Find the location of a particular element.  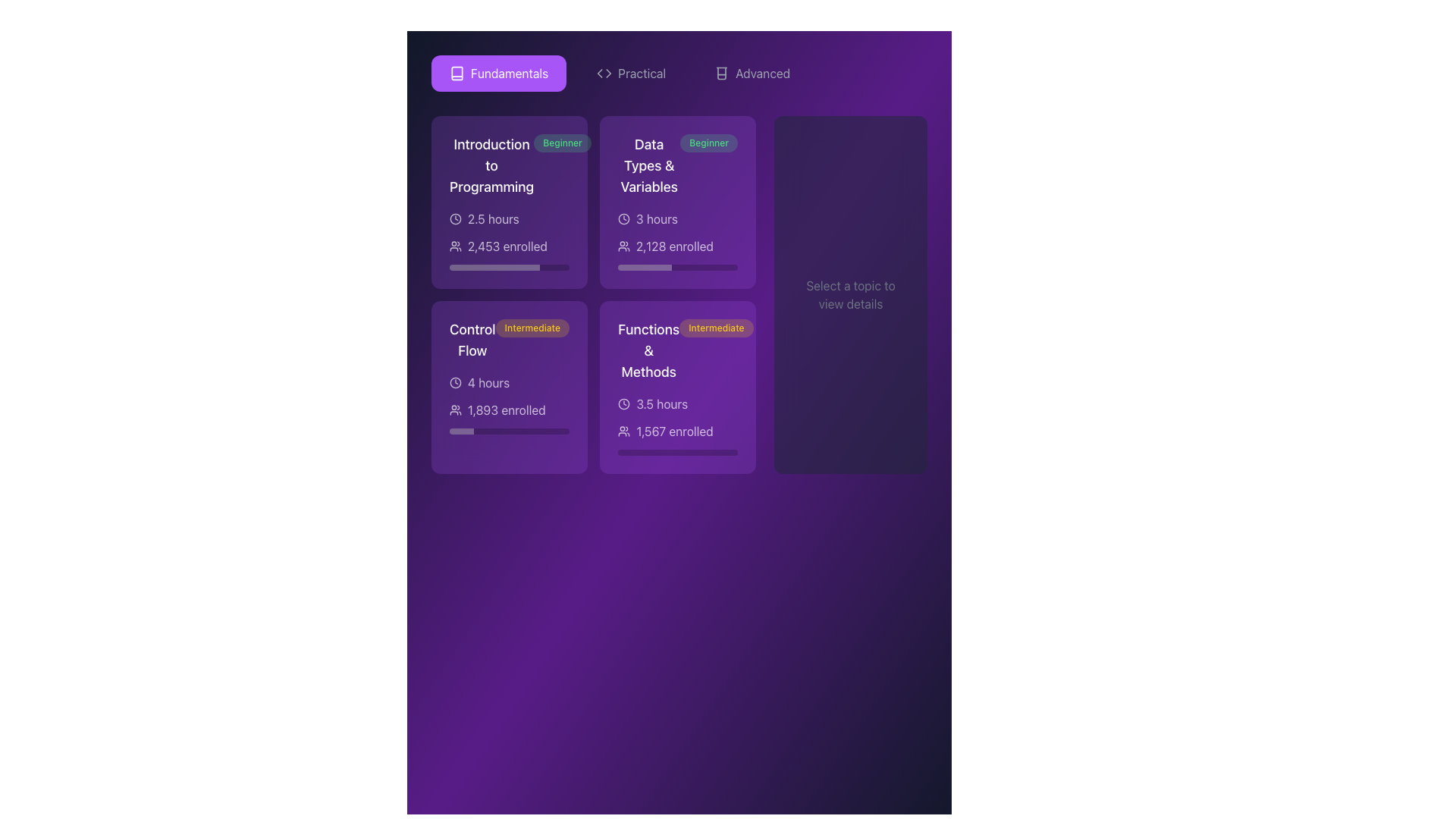

the static text element that serves as a placeholder for guiding users to select a topic, located in the rightmost column of the layout is located at coordinates (851, 295).